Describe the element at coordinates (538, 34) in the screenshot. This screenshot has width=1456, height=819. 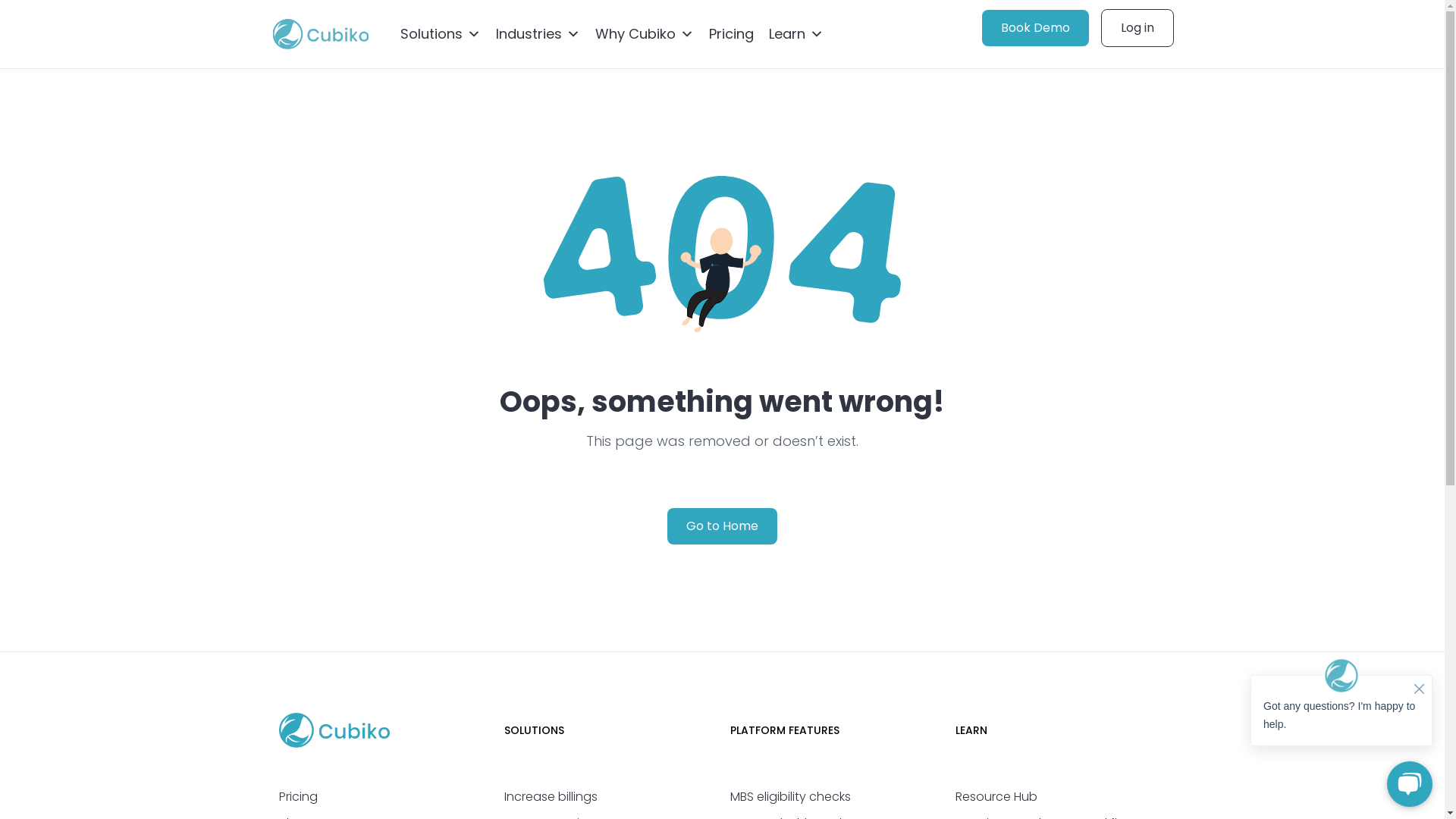
I see `'Industries'` at that location.